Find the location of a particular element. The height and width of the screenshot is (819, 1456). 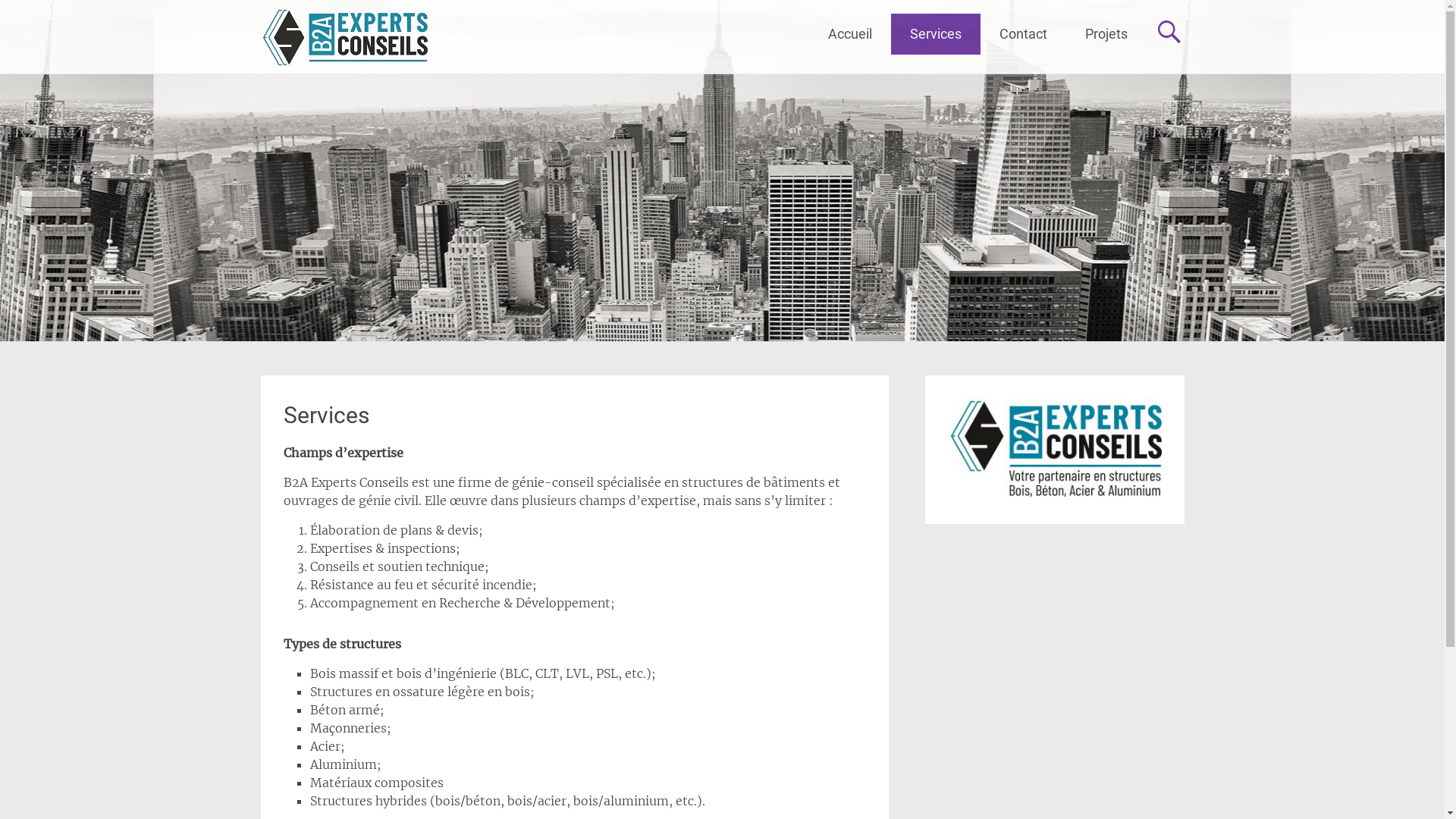

'Aller au contenu principal' is located at coordinates (807, 13).